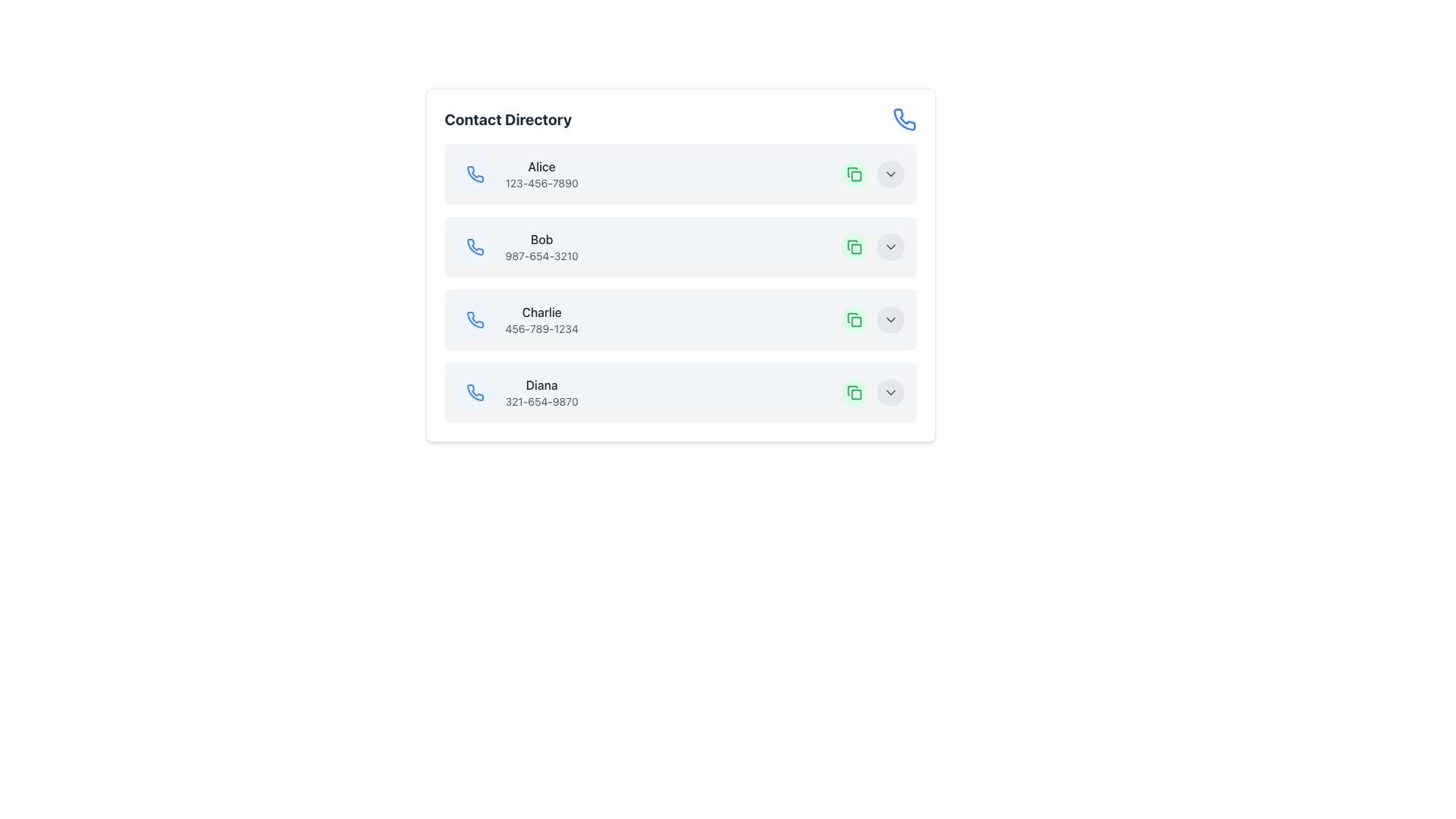 This screenshot has height=819, width=1456. Describe the element at coordinates (890, 246) in the screenshot. I see `the circular button with a light gray background and a black downward arrow icon located to the far right of Bob's contact entry to trigger a hover state or tooltip display` at that location.